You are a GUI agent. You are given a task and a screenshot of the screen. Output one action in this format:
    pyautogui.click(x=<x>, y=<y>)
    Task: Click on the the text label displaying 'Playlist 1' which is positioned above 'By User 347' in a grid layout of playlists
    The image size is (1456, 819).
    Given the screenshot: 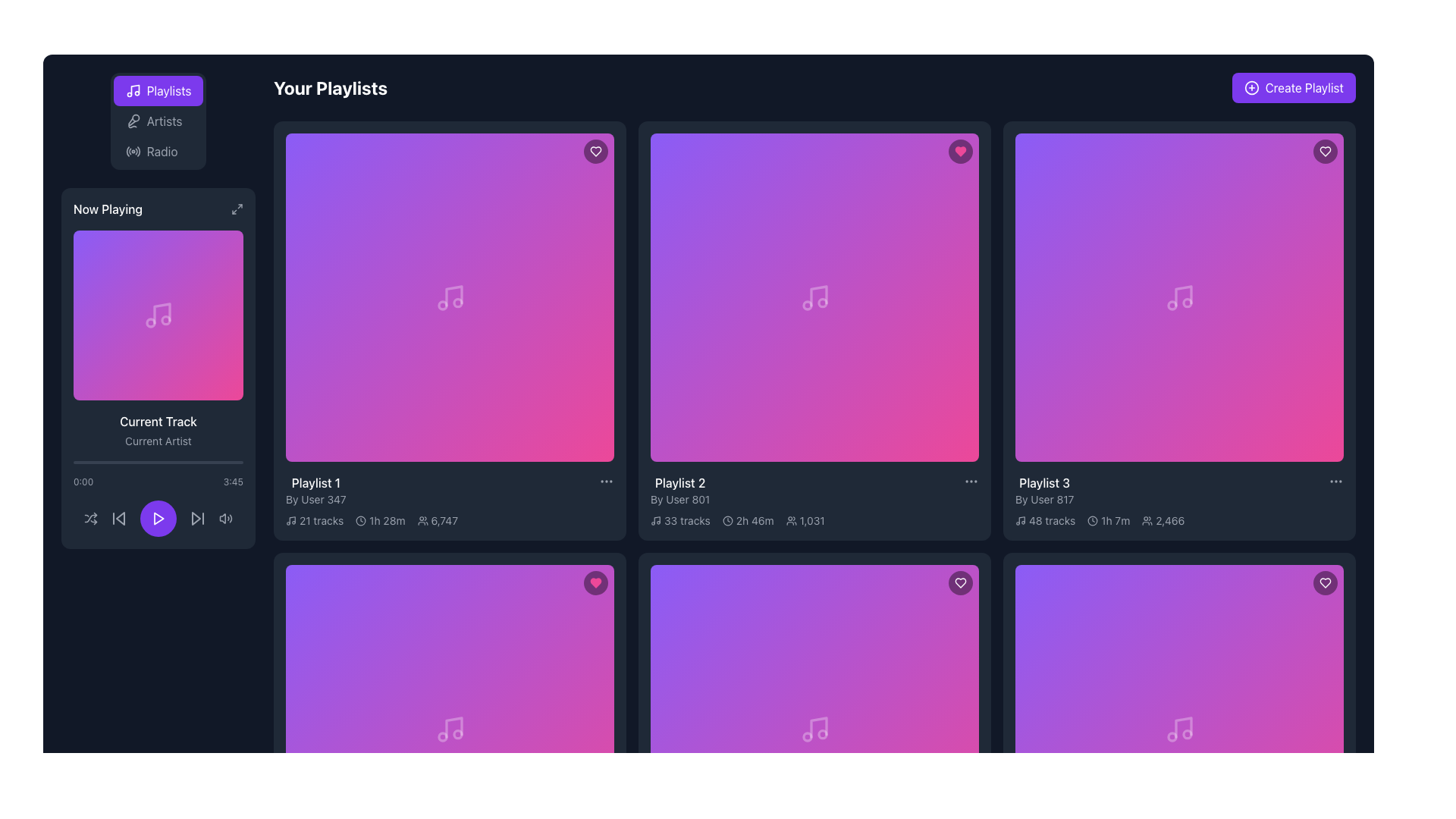 What is the action you would take?
    pyautogui.click(x=315, y=482)
    